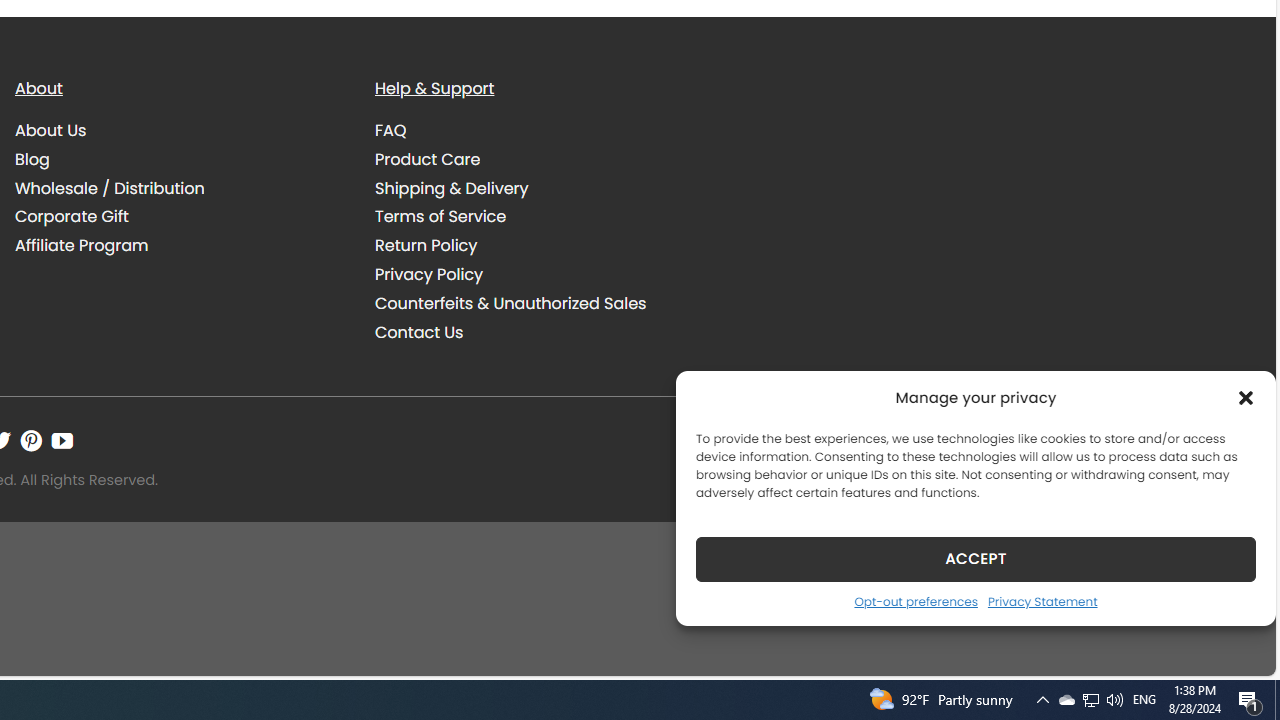 This screenshot has height=720, width=1280. I want to click on 'About Us', so click(51, 131).